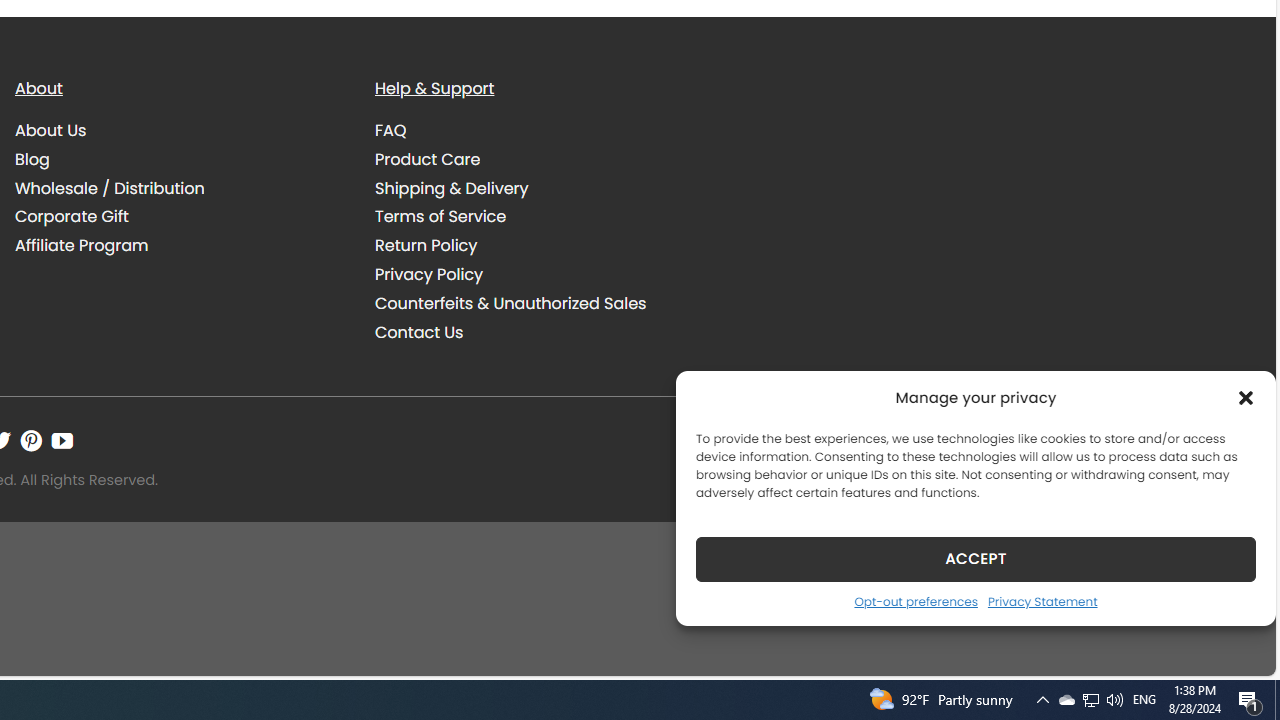 This screenshot has height=720, width=1280. I want to click on 'About Us', so click(51, 131).